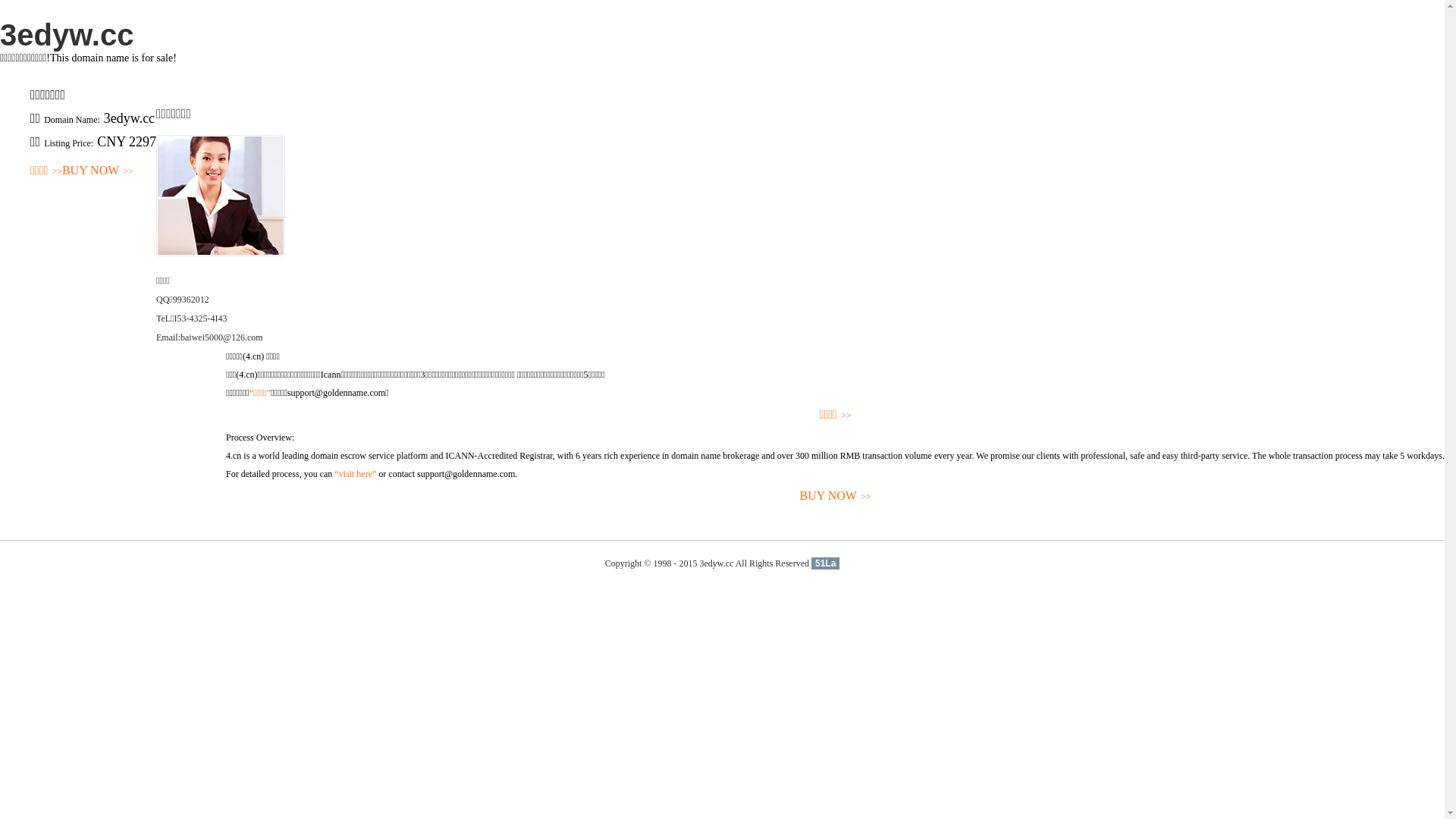 The width and height of the screenshot is (1456, 819). Describe the element at coordinates (97, 171) in the screenshot. I see `'BUY NOW>>'` at that location.